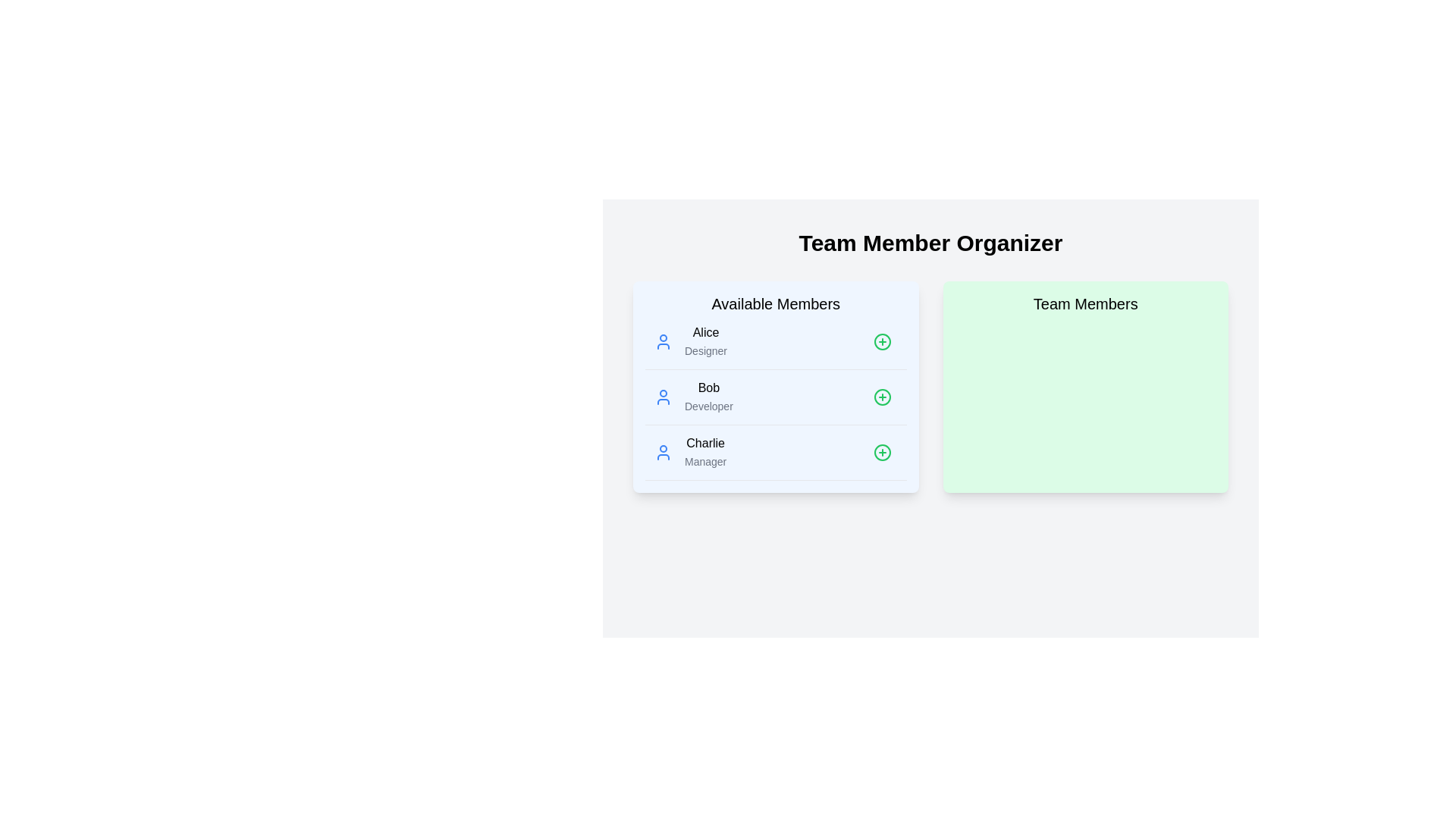 The width and height of the screenshot is (1456, 819). What do you see at coordinates (882, 342) in the screenshot?
I see `the action button on the far-right edge of the list item labeled 'Alice - Designer'` at bounding box center [882, 342].